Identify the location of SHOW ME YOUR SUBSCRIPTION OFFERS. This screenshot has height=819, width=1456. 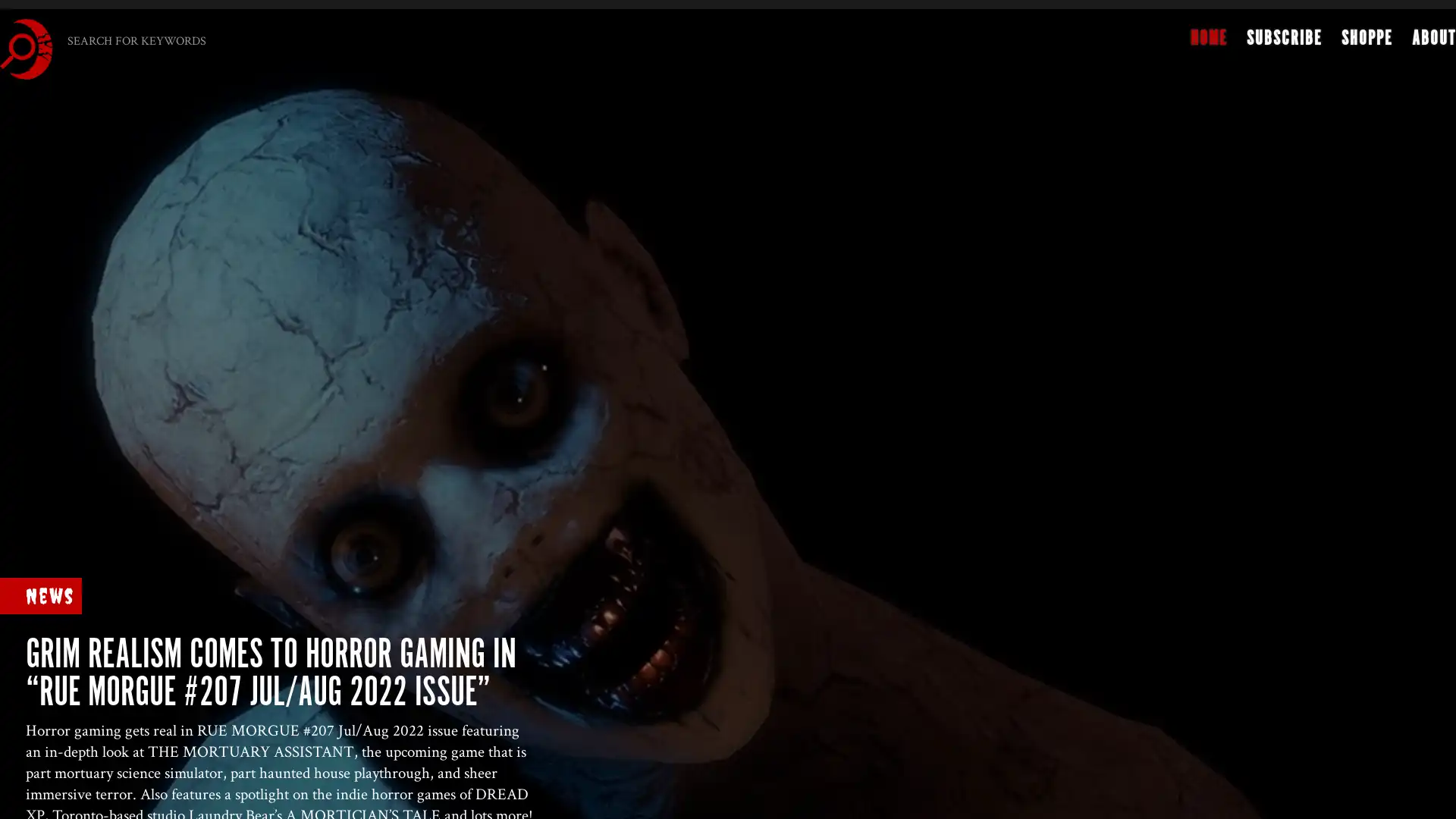
(638, 366).